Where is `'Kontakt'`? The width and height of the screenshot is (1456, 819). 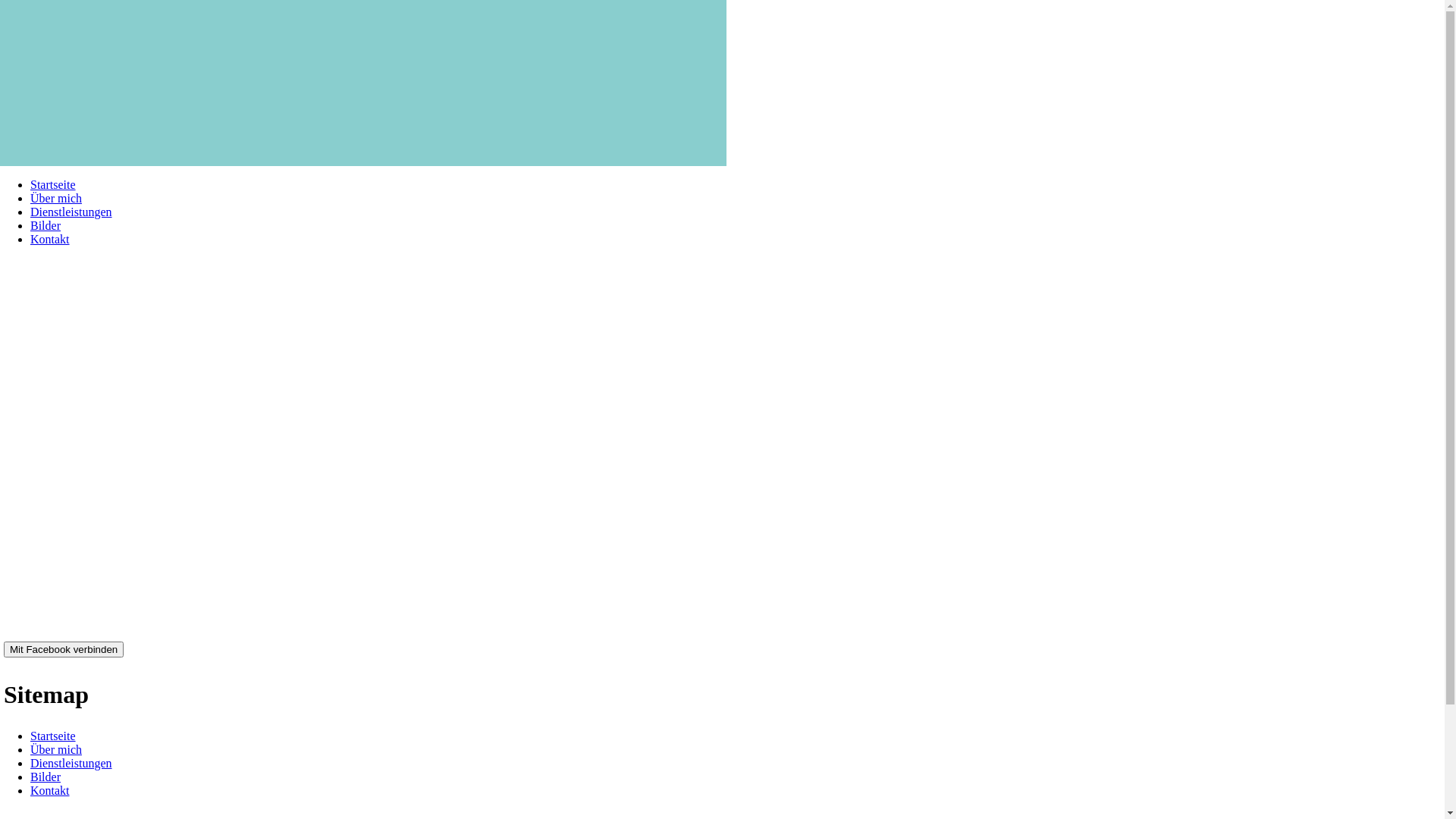
'Kontakt' is located at coordinates (50, 239).